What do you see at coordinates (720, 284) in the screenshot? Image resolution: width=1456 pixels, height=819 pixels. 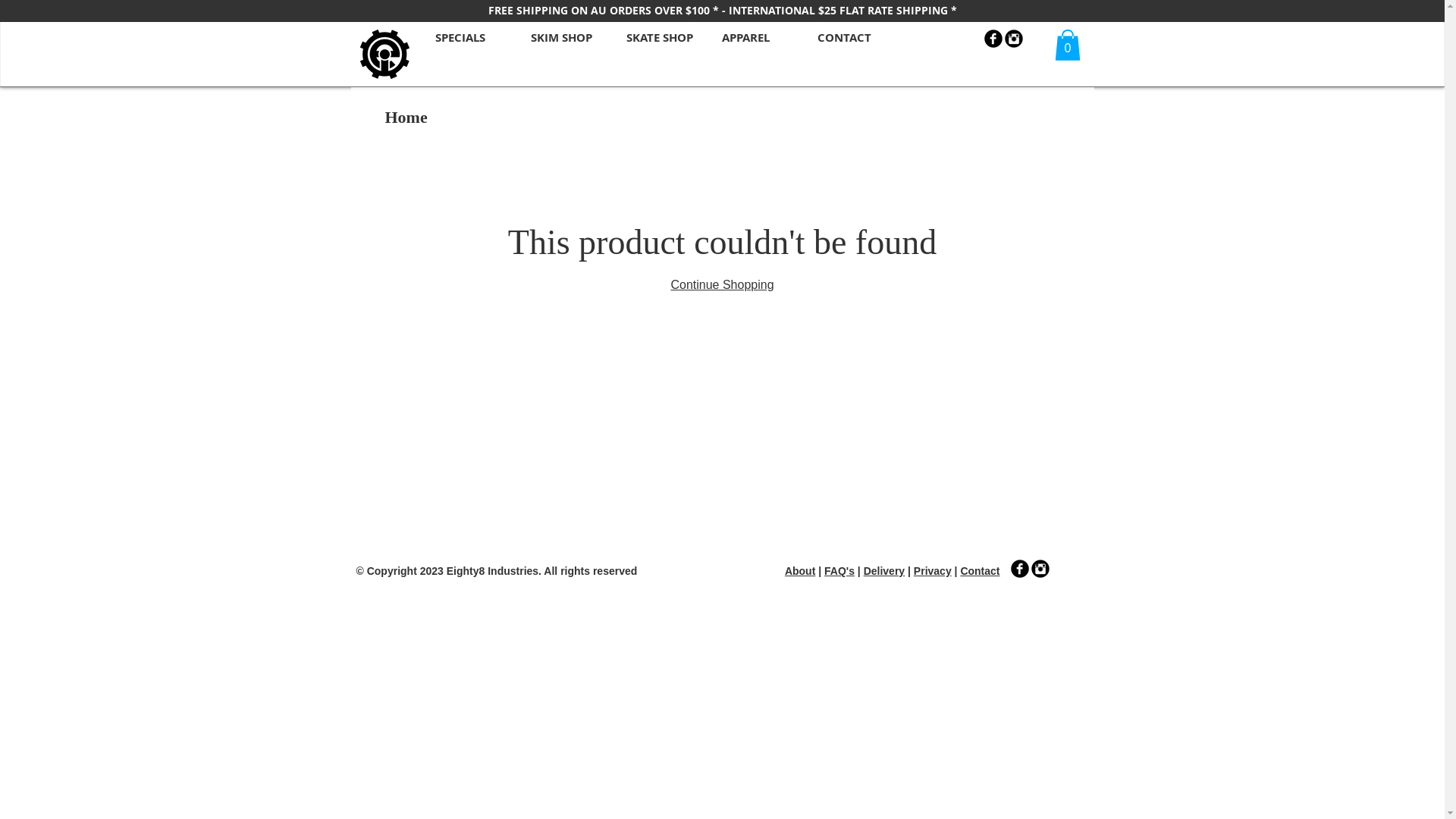 I see `'Continue Shopping'` at bounding box center [720, 284].